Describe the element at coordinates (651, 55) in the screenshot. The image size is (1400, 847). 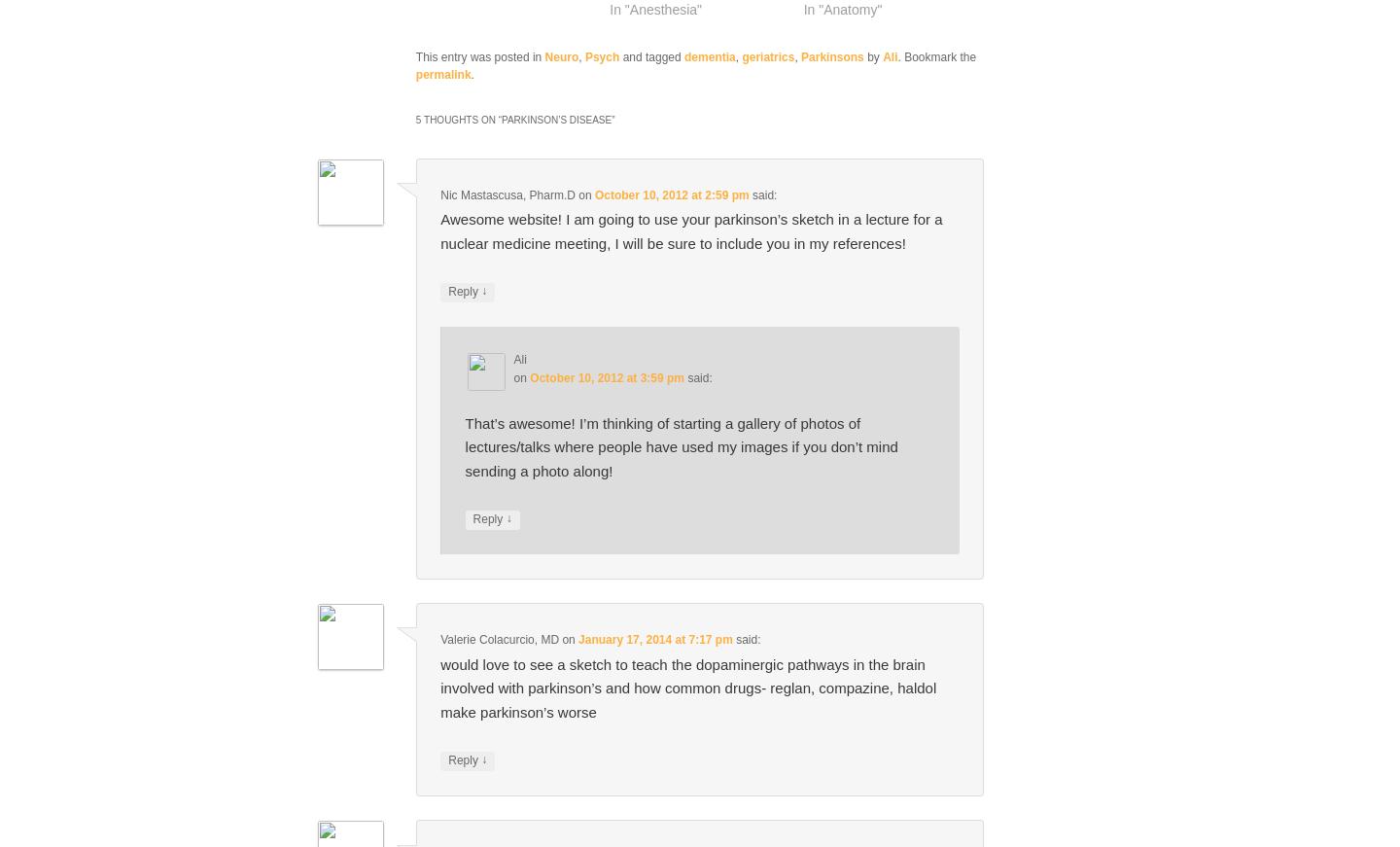
I see `'and tagged'` at that location.